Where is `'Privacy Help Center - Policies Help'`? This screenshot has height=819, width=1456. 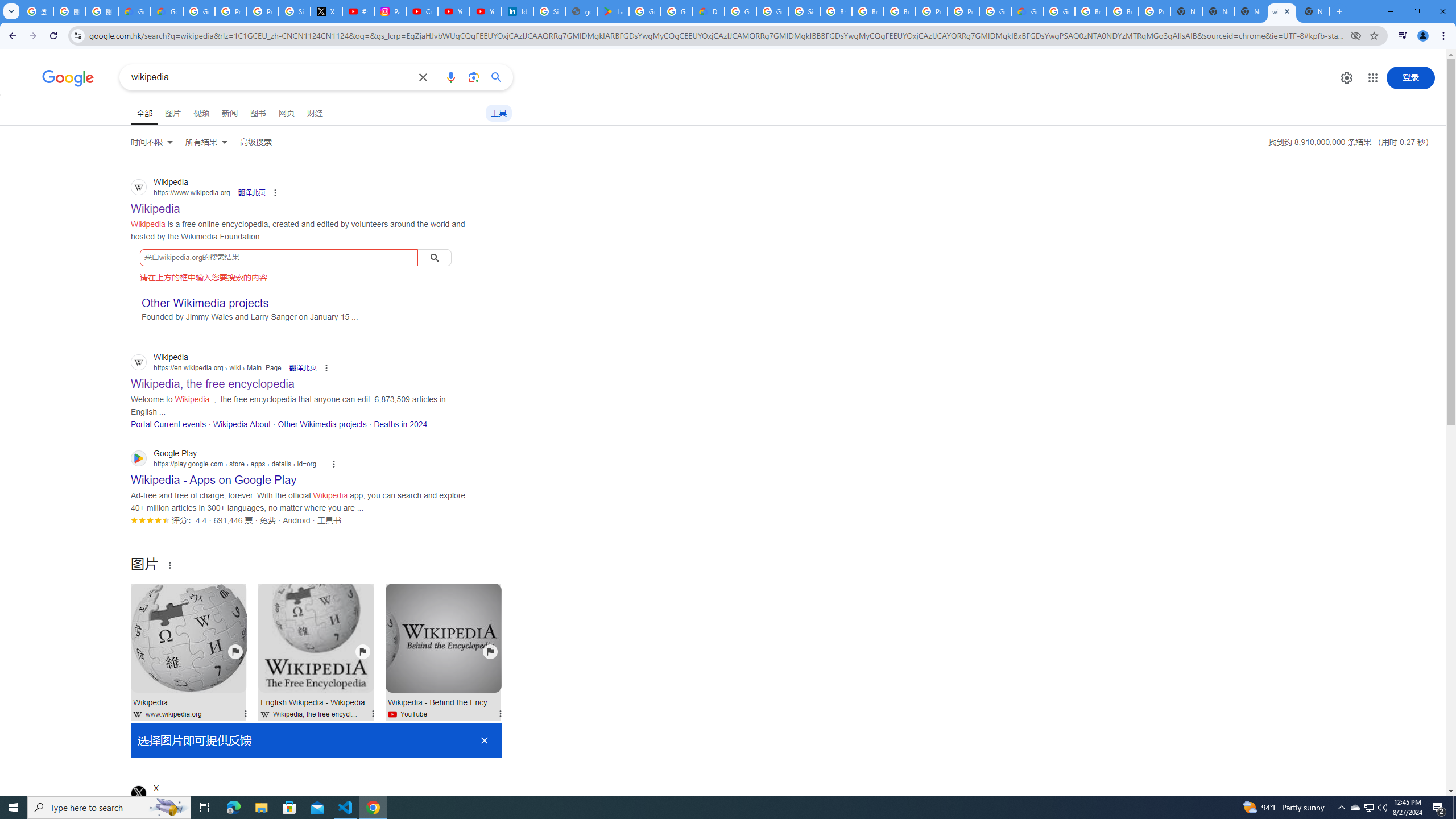
'Privacy Help Center - Policies Help' is located at coordinates (262, 11).